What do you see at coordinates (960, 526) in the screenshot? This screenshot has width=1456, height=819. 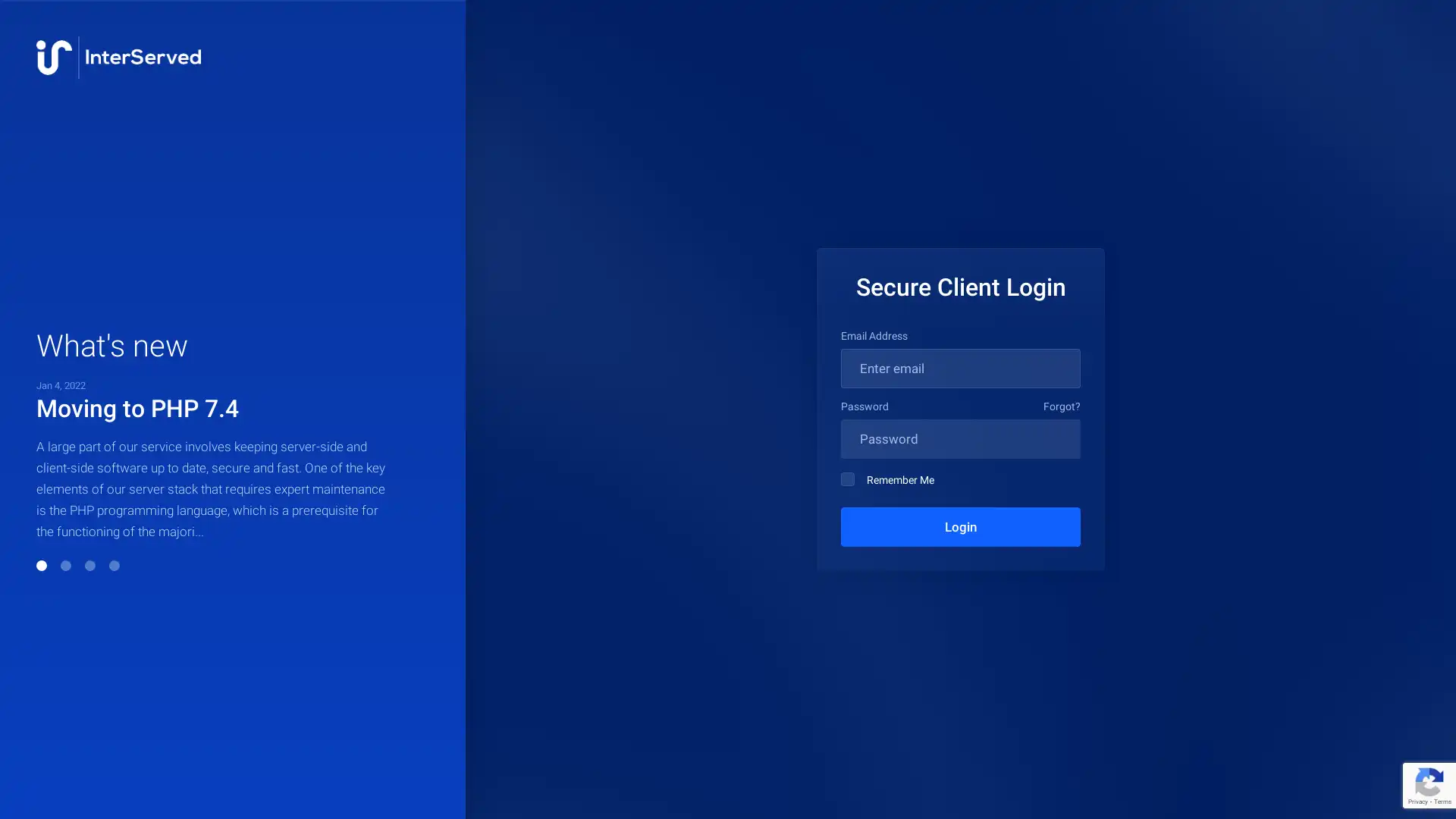 I see `Login` at bounding box center [960, 526].